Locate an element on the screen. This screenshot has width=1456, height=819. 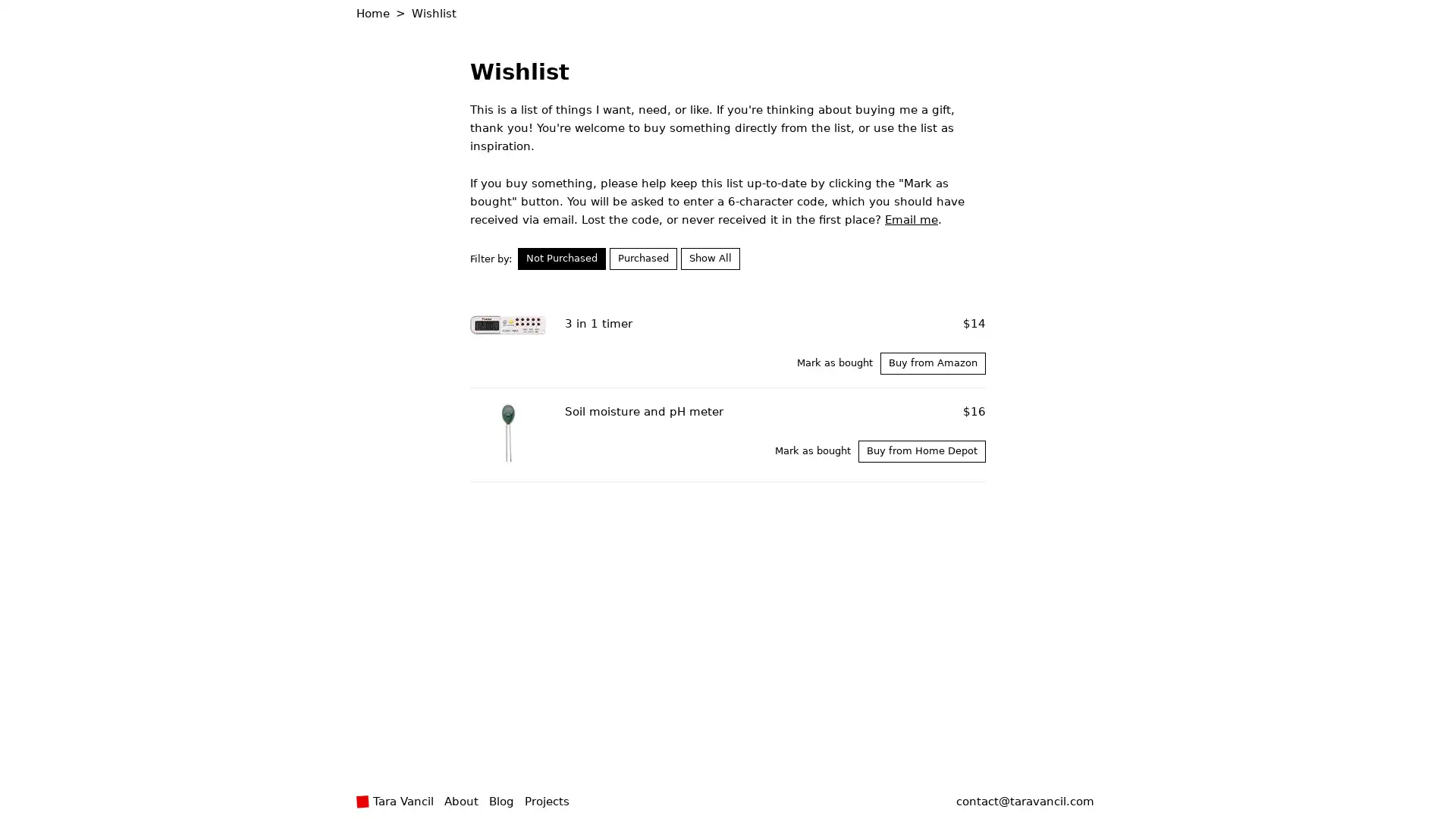
Mark as bought is located at coordinates (811, 450).